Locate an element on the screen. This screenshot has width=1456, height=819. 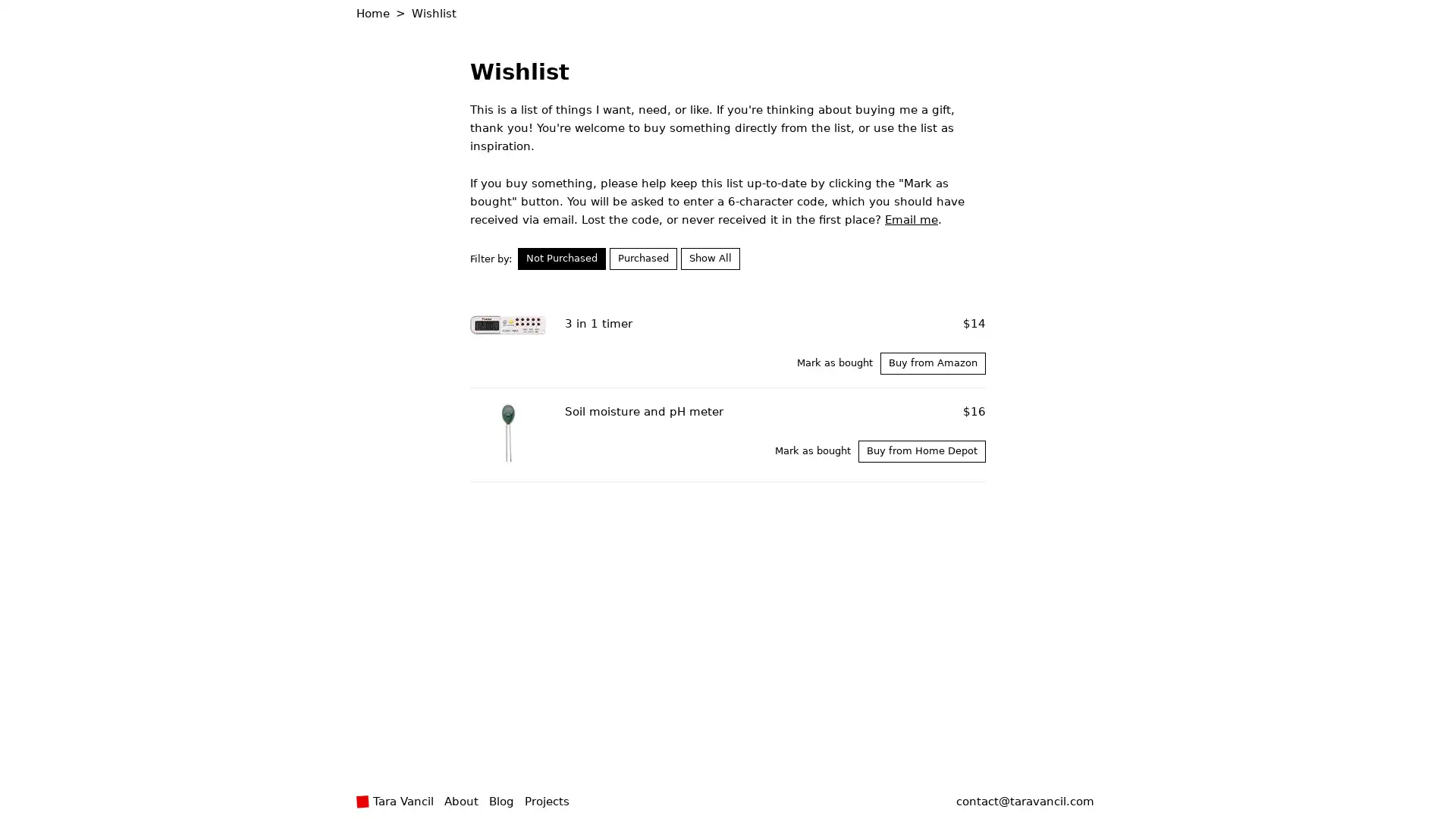
Mark as bought is located at coordinates (811, 450).